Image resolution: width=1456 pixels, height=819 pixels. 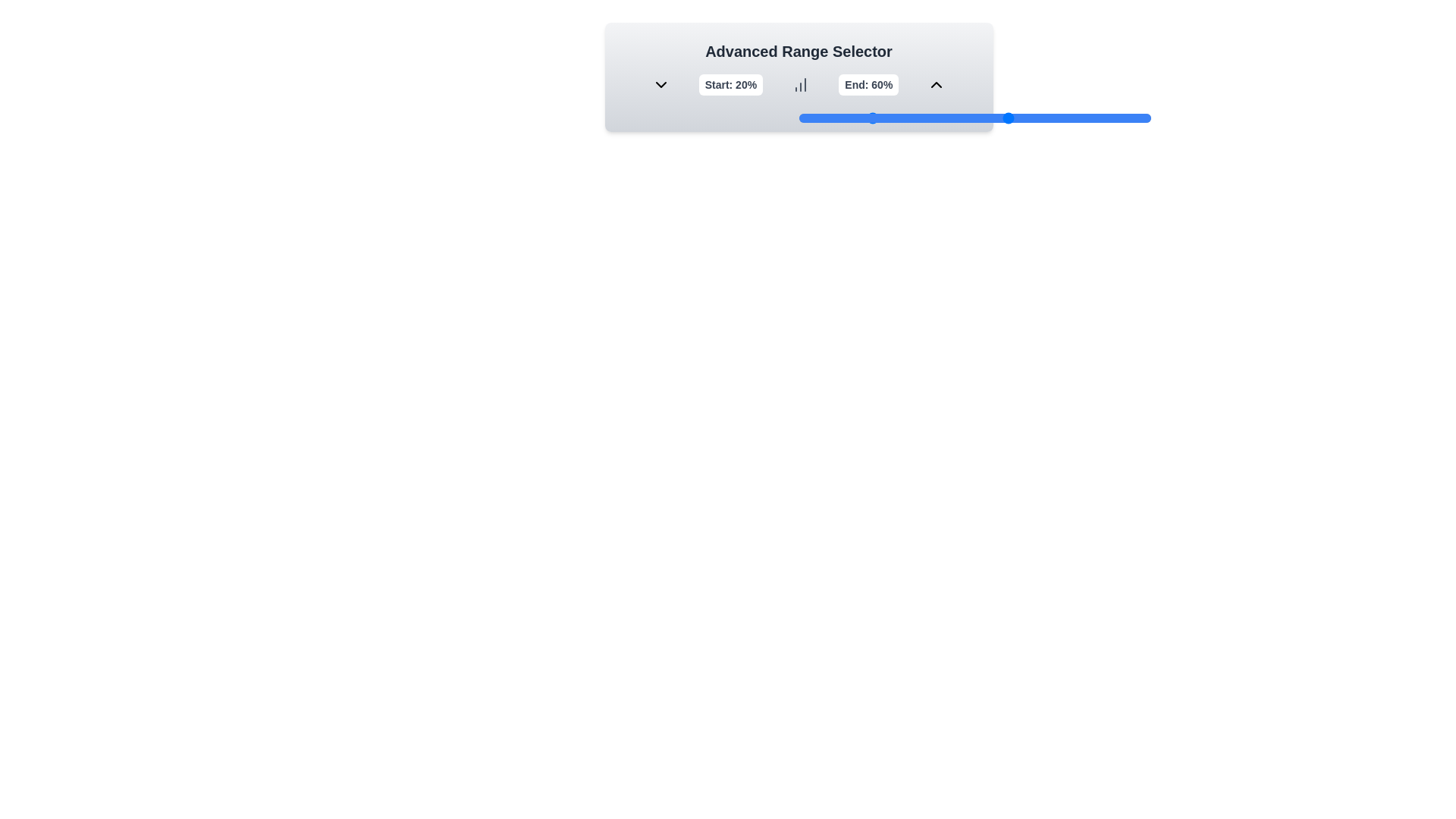 I want to click on the end range slider to 58%, so click(x=1003, y=117).